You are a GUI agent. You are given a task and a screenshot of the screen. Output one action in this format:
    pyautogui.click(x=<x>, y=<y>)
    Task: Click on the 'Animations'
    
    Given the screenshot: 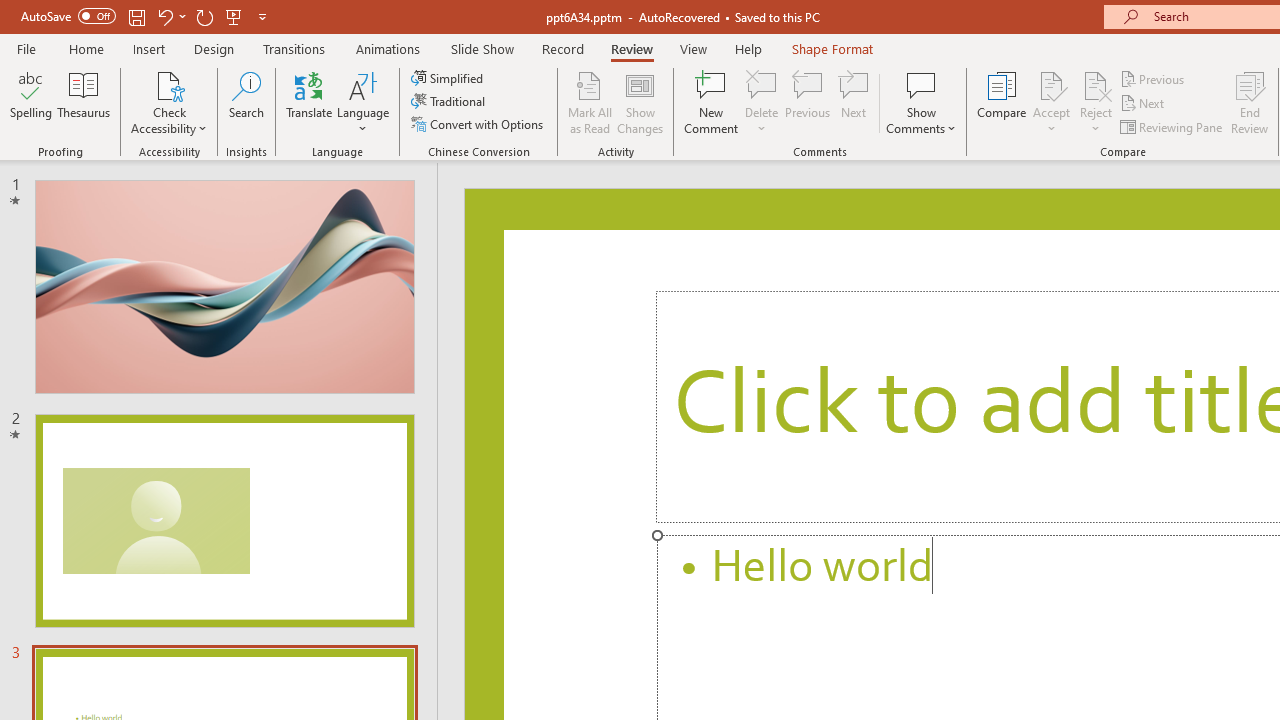 What is the action you would take?
    pyautogui.click(x=388, y=48)
    